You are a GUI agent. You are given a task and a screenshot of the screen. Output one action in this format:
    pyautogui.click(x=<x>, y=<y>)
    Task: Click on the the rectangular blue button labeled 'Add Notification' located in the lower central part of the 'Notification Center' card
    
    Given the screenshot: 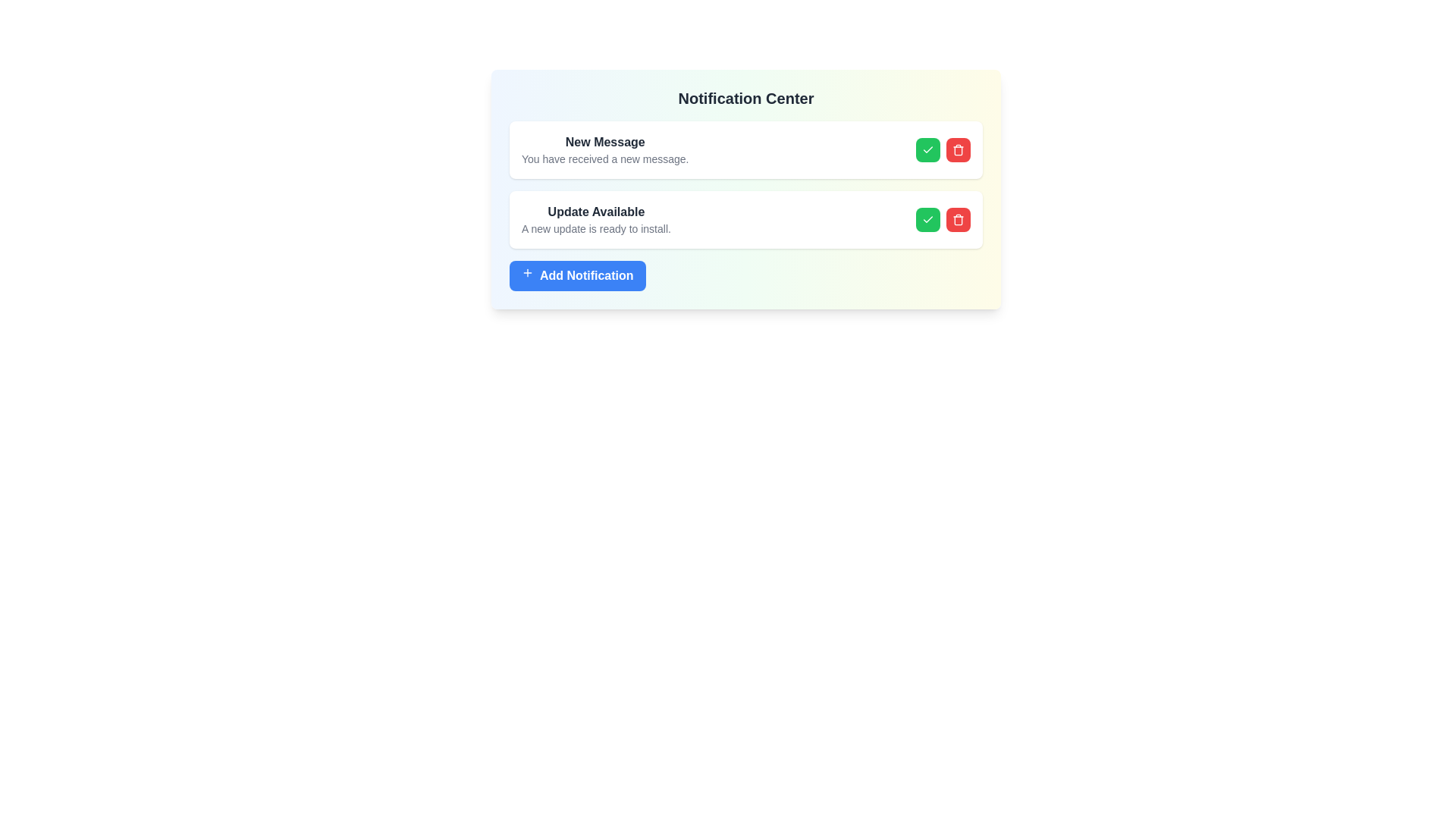 What is the action you would take?
    pyautogui.click(x=576, y=275)
    